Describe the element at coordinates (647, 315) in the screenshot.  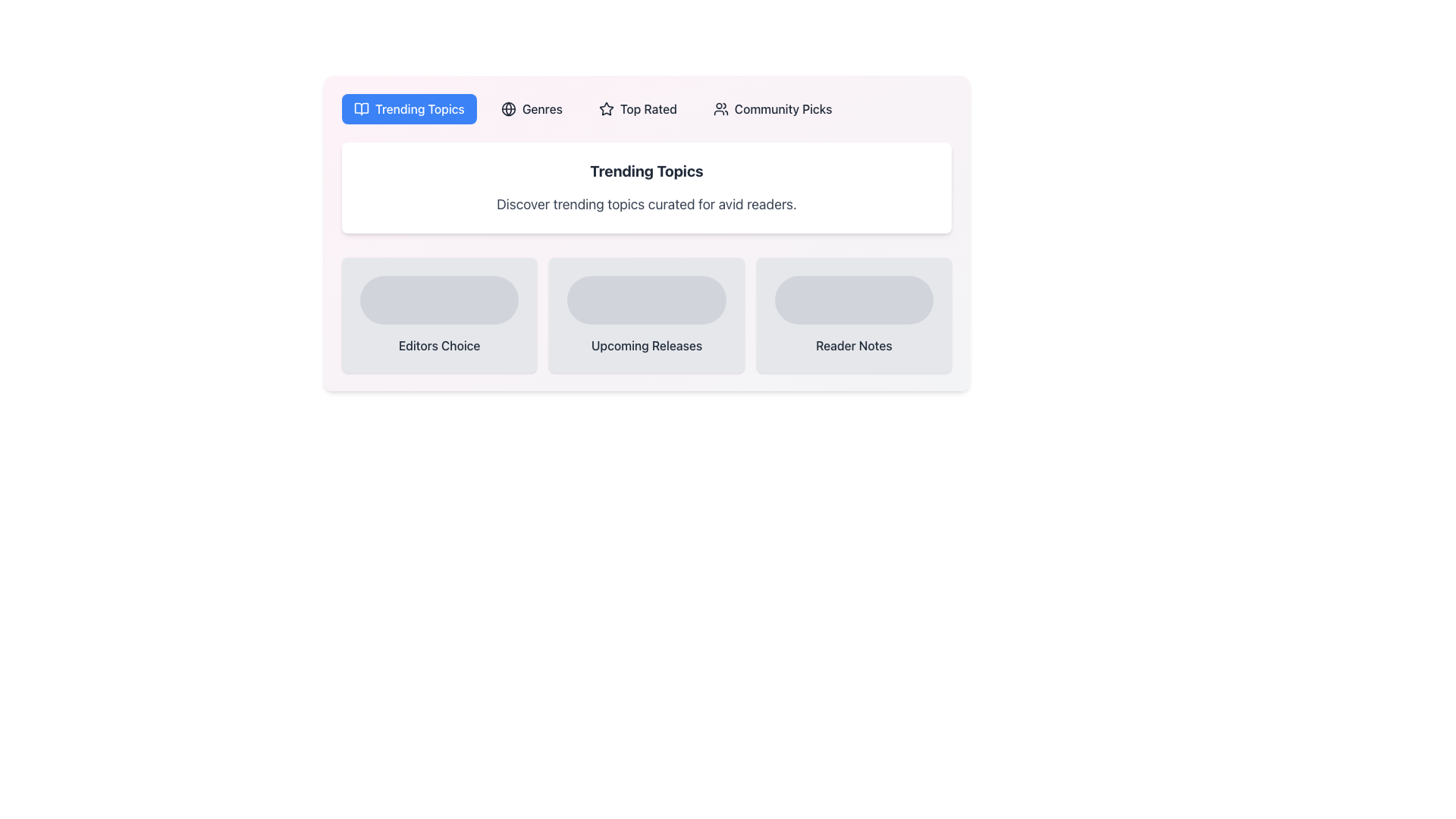
I see `the 'Upcoming Releases' card, which is the middle card in the row of three under the 'Trending Topics' section` at that location.